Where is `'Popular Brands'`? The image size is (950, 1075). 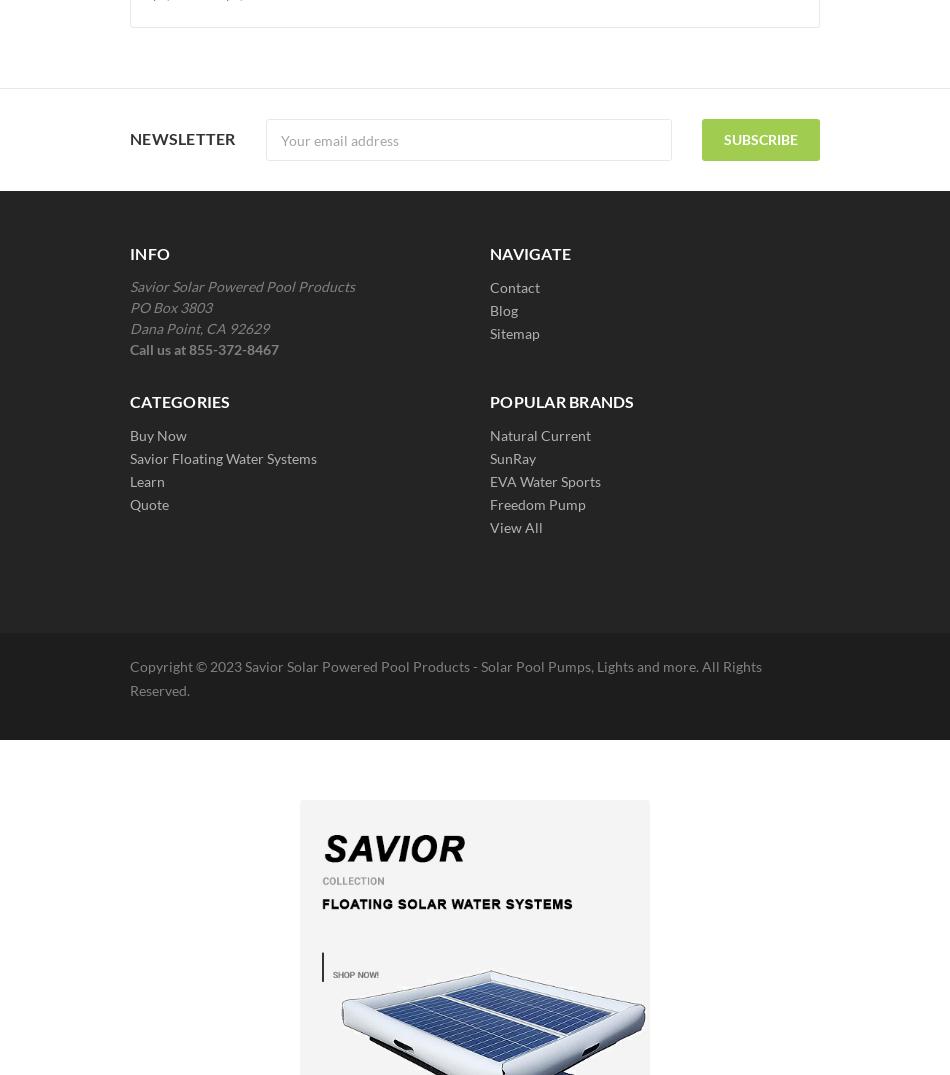 'Popular Brands' is located at coordinates (562, 400).